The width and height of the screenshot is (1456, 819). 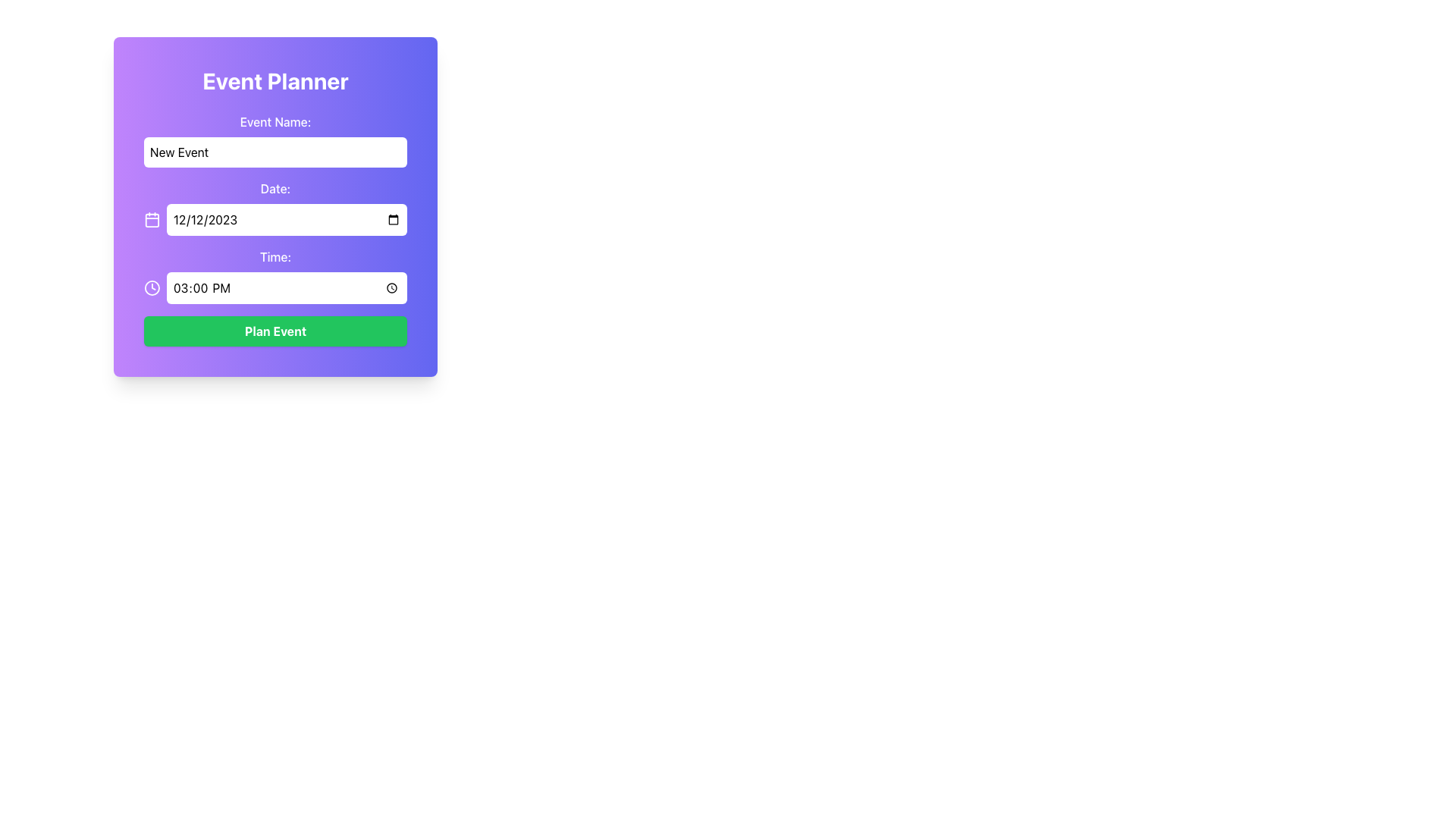 I want to click on the button located below the 'Time' input field, so click(x=275, y=330).